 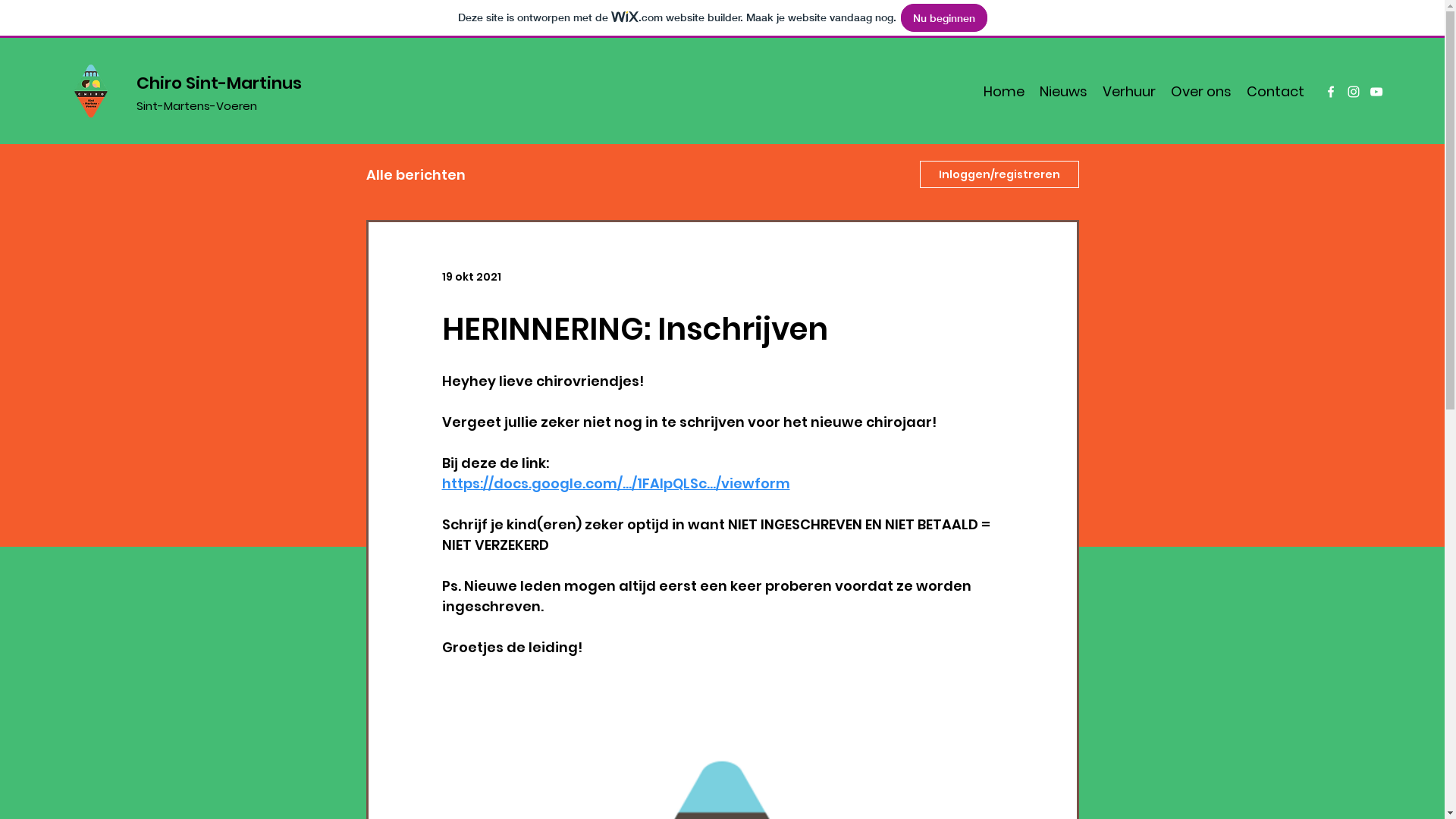 What do you see at coordinates (1274, 91) in the screenshot?
I see `'Contact'` at bounding box center [1274, 91].